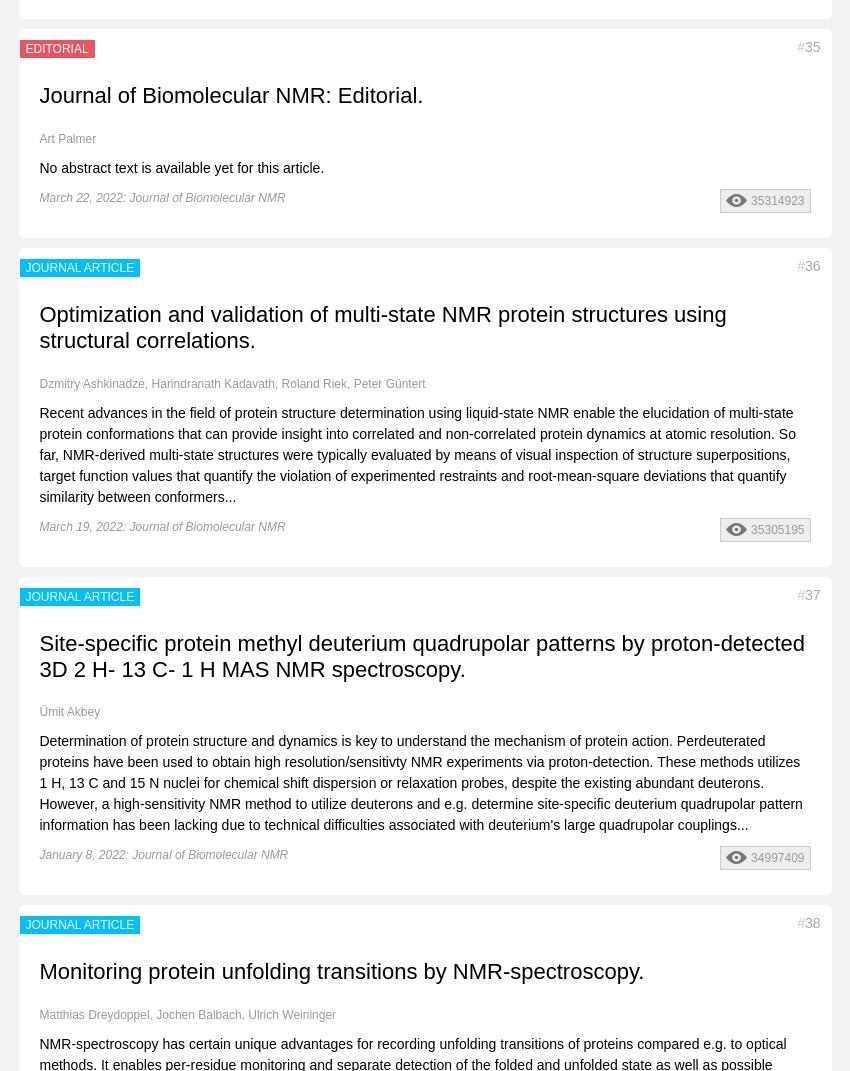 This screenshot has width=850, height=1071. Describe the element at coordinates (162, 195) in the screenshot. I see `'March 22, 2022: Journal of Biomolecular NMR'` at that location.